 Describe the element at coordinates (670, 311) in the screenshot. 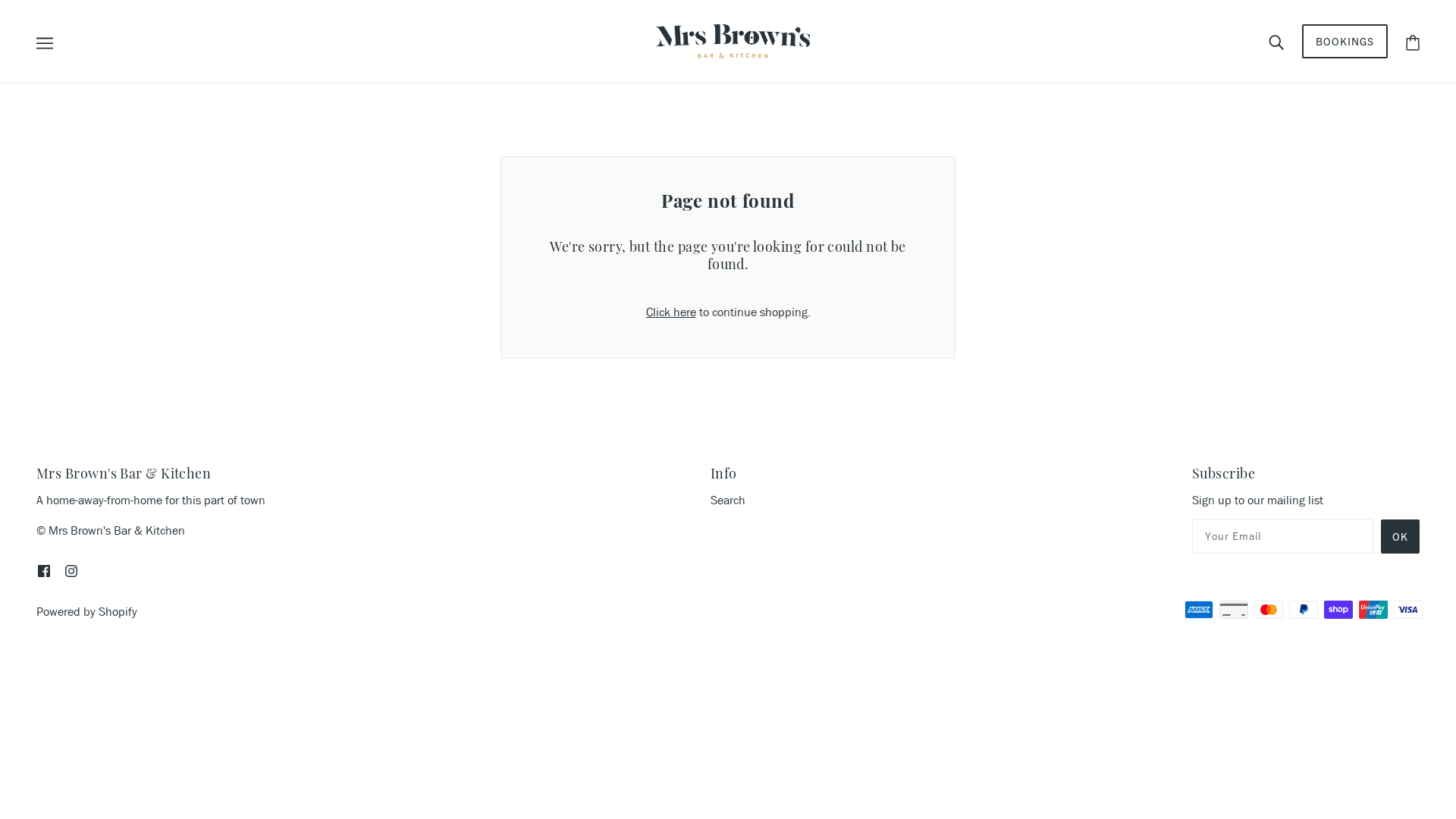

I see `'Click here'` at that location.